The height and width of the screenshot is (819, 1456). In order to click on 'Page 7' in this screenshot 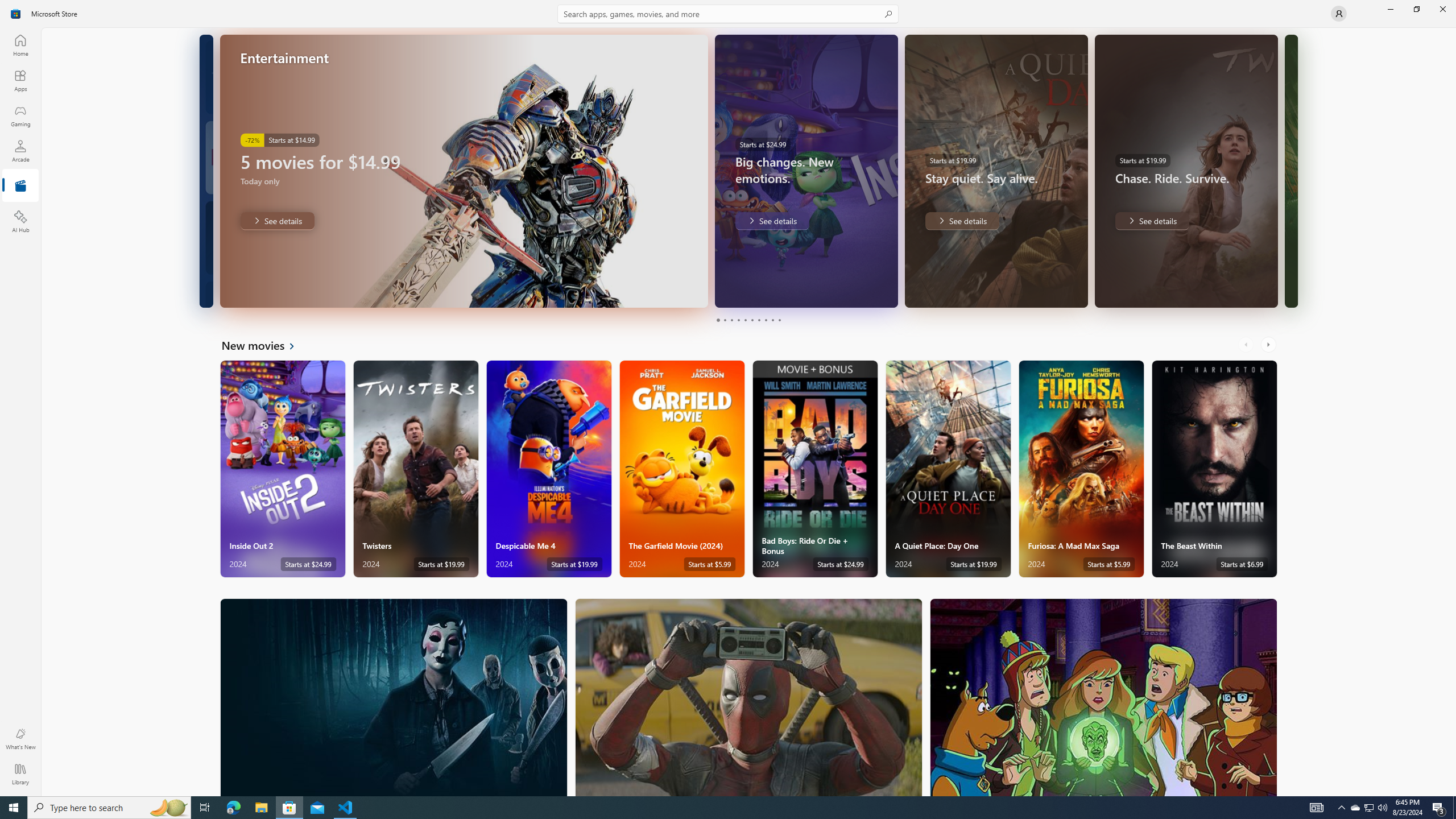, I will do `click(758, 320)`.